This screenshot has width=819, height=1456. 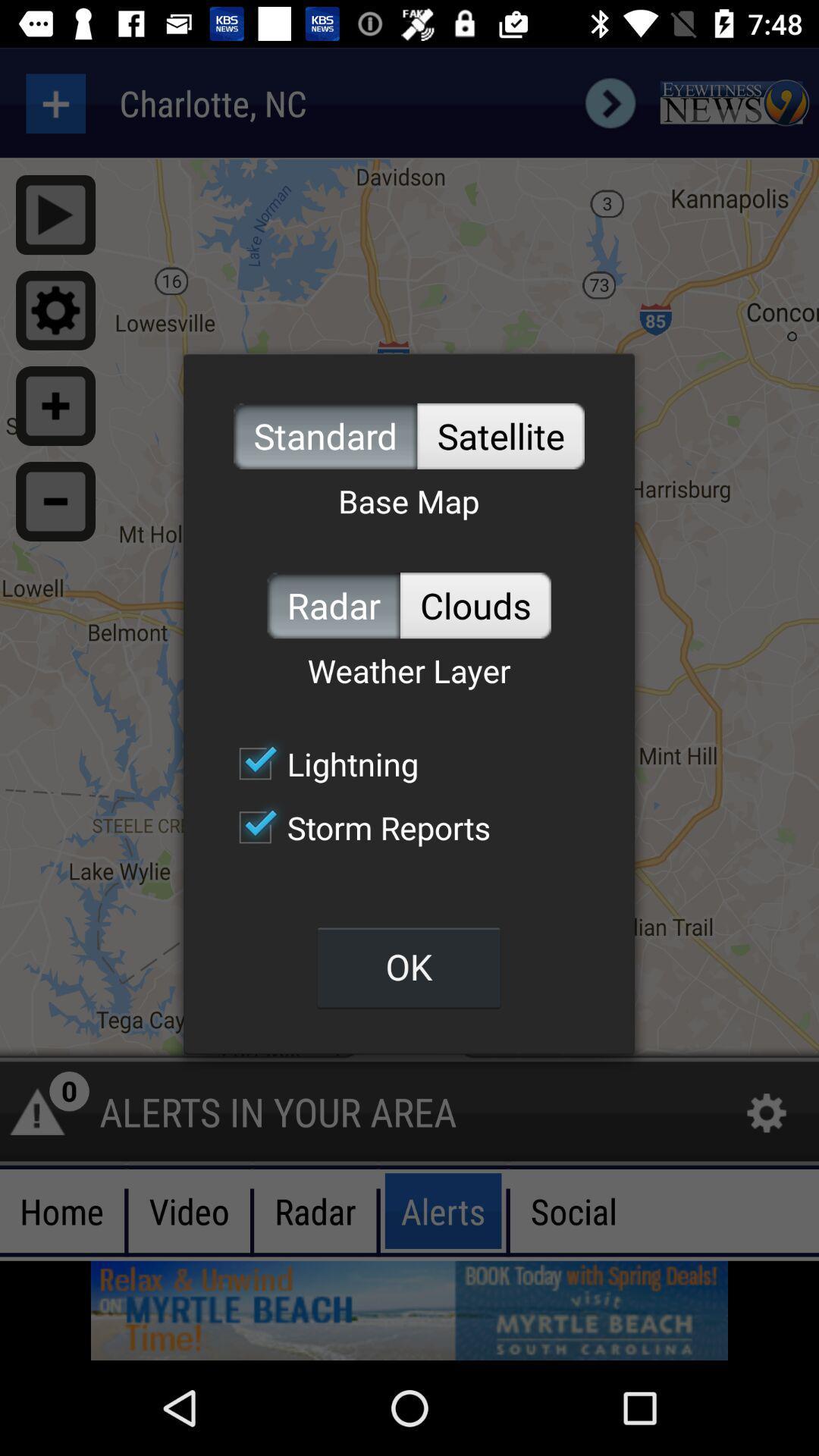 I want to click on satellite, so click(x=500, y=435).